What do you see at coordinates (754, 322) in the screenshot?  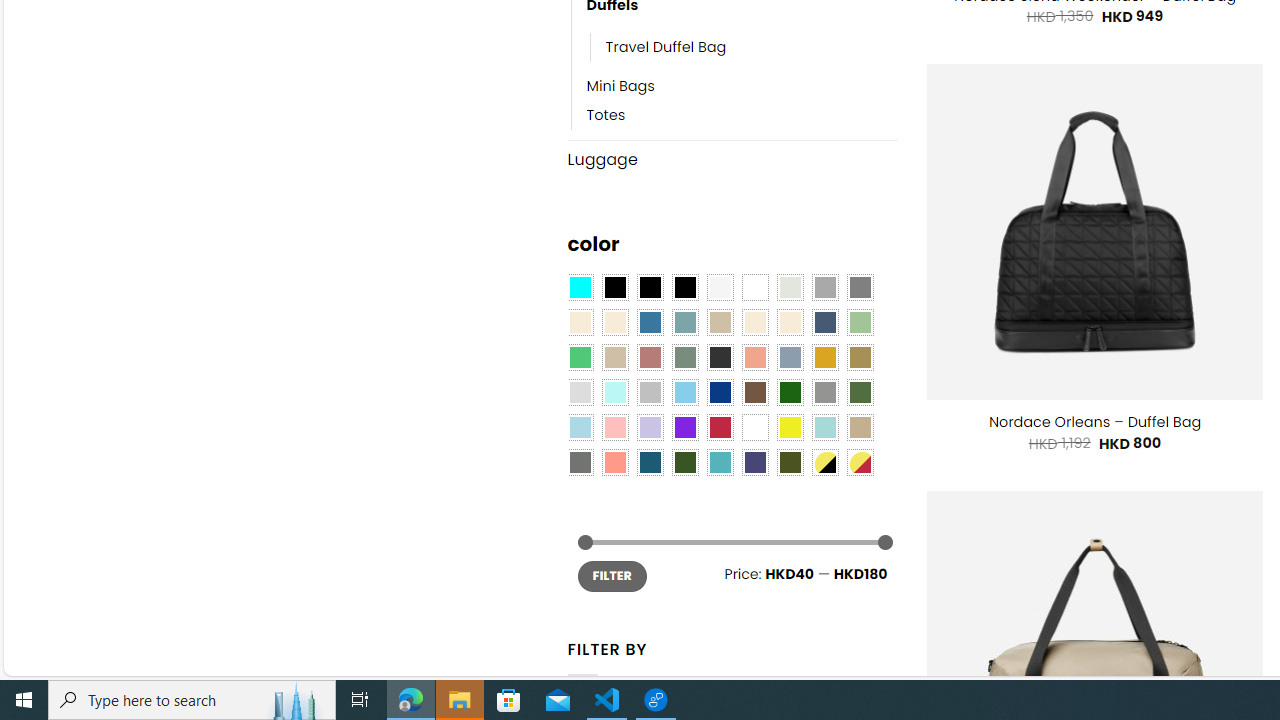 I see `'Caramel'` at bounding box center [754, 322].